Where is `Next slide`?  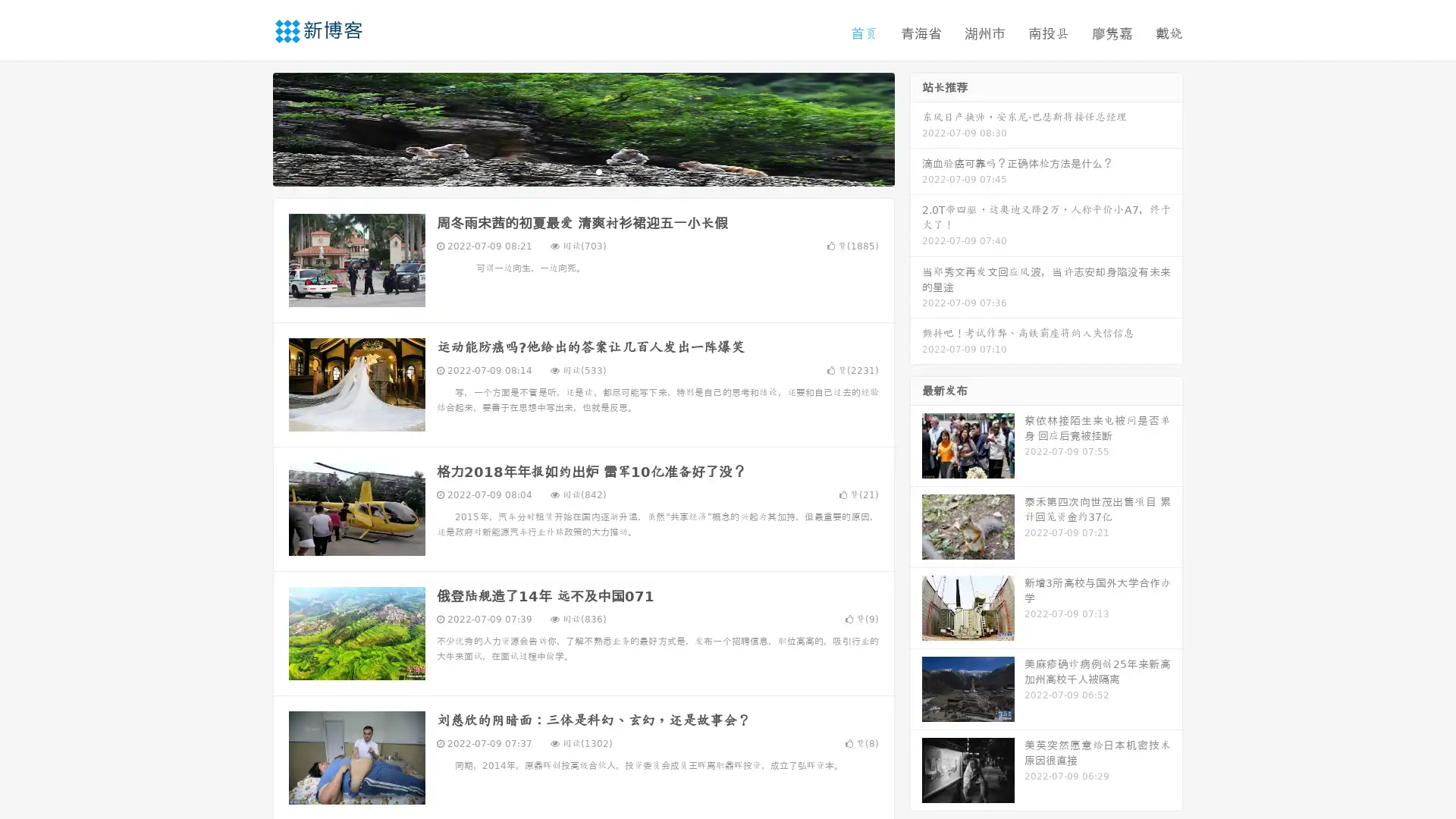 Next slide is located at coordinates (916, 127).